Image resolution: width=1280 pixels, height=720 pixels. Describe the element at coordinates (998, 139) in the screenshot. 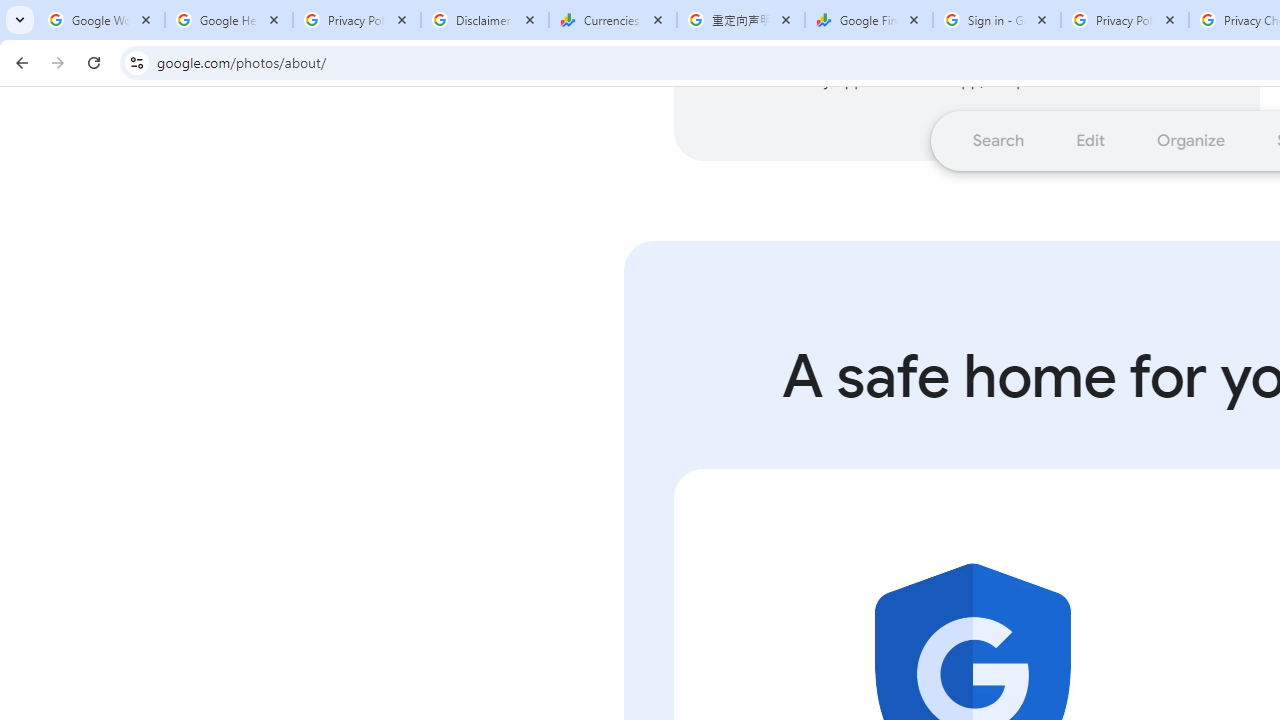

I see `'Go to section: Search'` at that location.